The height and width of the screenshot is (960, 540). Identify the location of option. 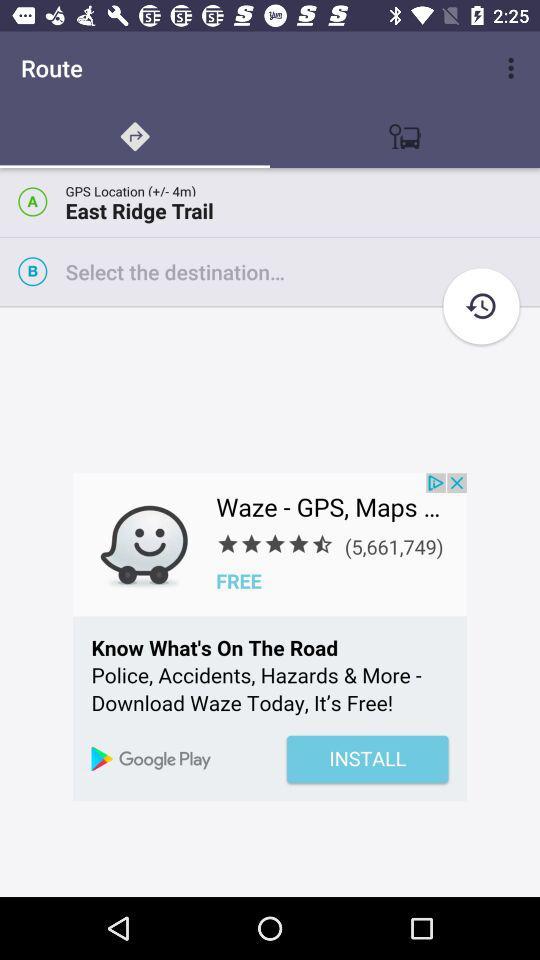
(301, 270).